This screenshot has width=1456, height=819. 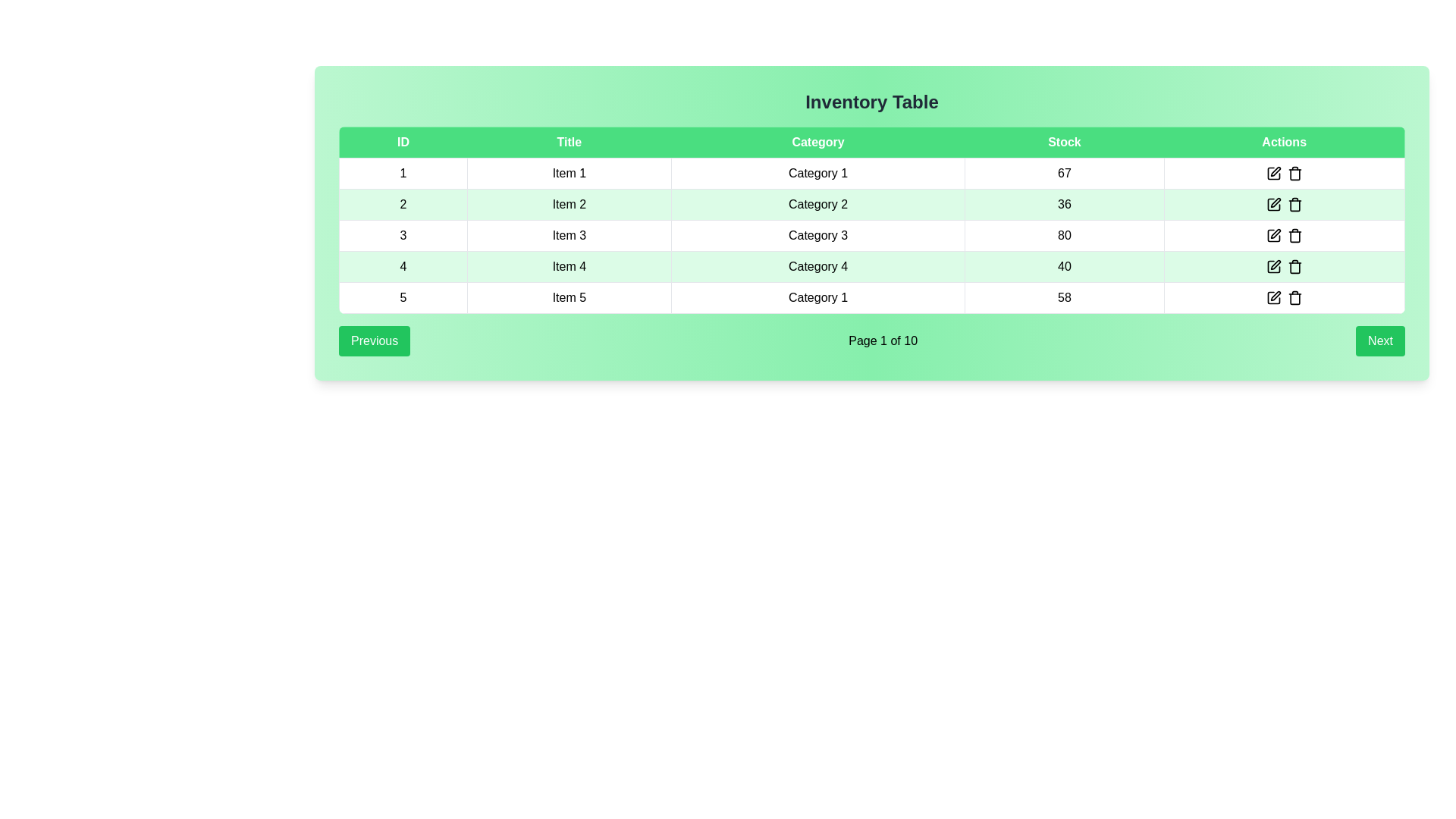 What do you see at coordinates (568, 205) in the screenshot?
I see `the text cell displaying 'Item 2' in the table` at bounding box center [568, 205].